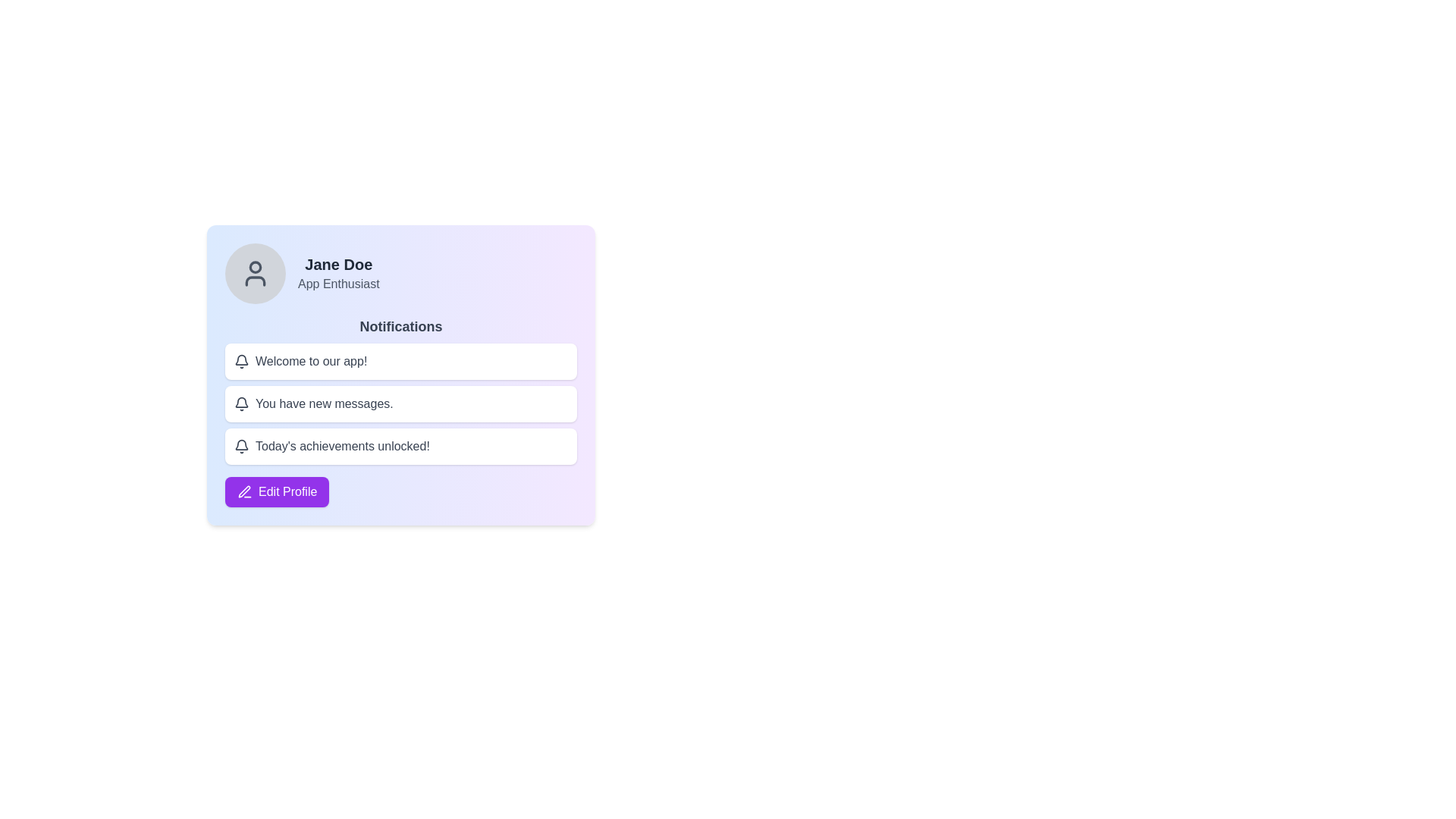  I want to click on the static text label that serves as the header message in the notifications section, welcoming the user to the application, so click(310, 362).